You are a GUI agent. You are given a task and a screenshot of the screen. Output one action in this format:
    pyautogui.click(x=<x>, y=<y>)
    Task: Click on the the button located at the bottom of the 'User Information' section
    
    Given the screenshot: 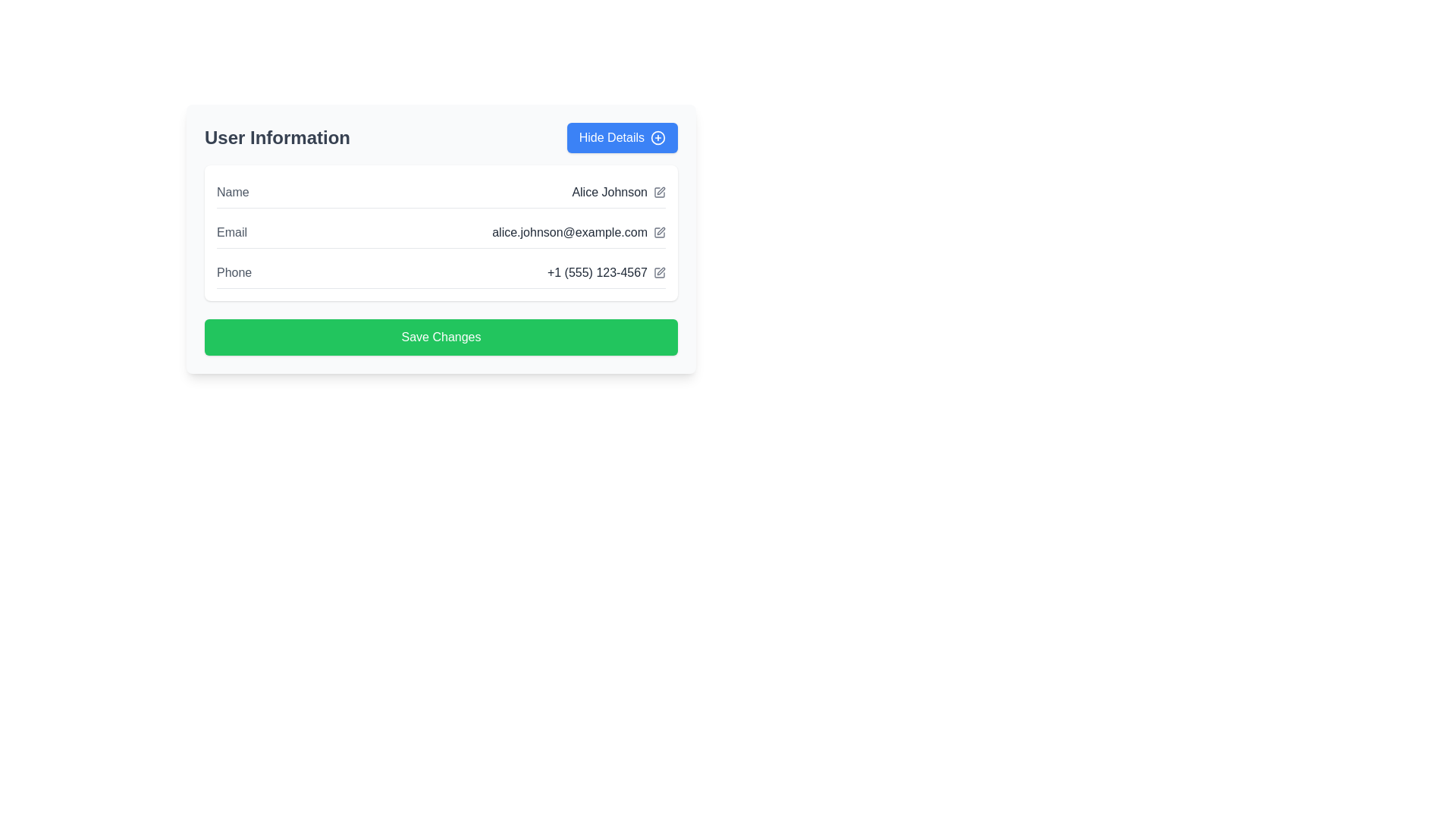 What is the action you would take?
    pyautogui.click(x=440, y=336)
    